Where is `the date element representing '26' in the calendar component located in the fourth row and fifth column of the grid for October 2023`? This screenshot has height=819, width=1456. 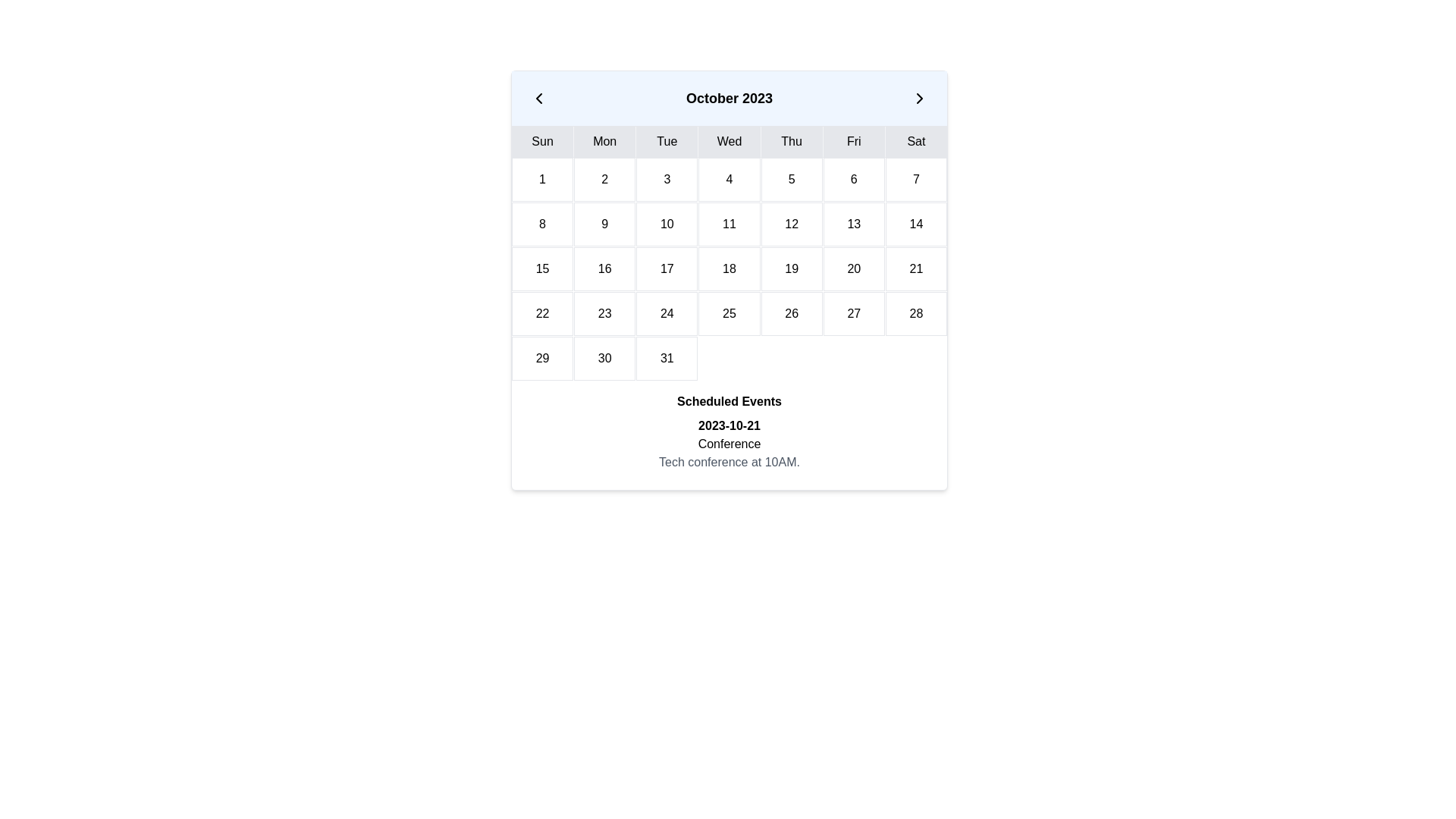 the date element representing '26' in the calendar component located in the fourth row and fifth column of the grid for October 2023 is located at coordinates (791, 312).